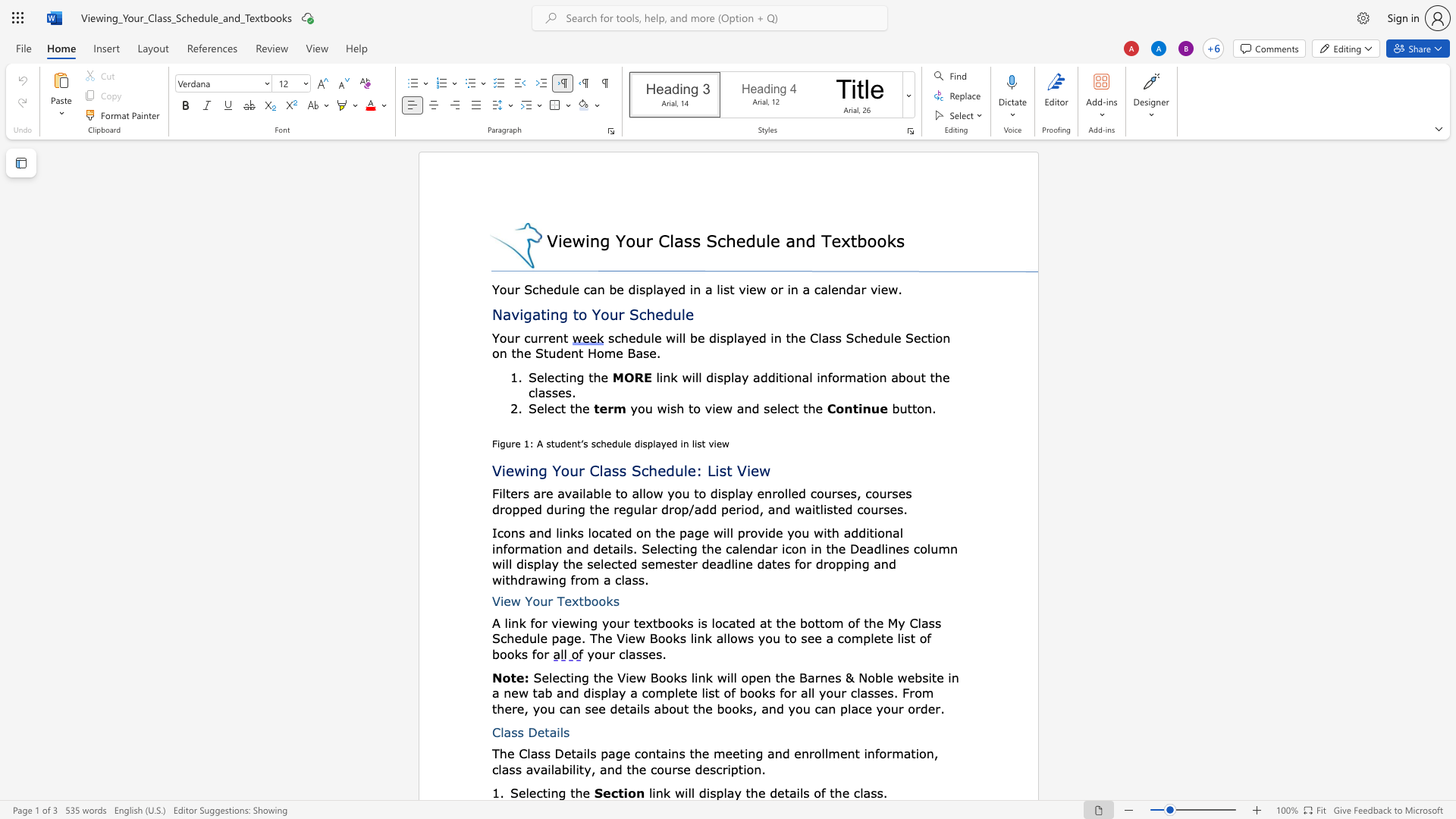 Image resolution: width=1456 pixels, height=819 pixels. Describe the element at coordinates (525, 792) in the screenshot. I see `the space between the continuous character "e" and "l" in the text` at that location.